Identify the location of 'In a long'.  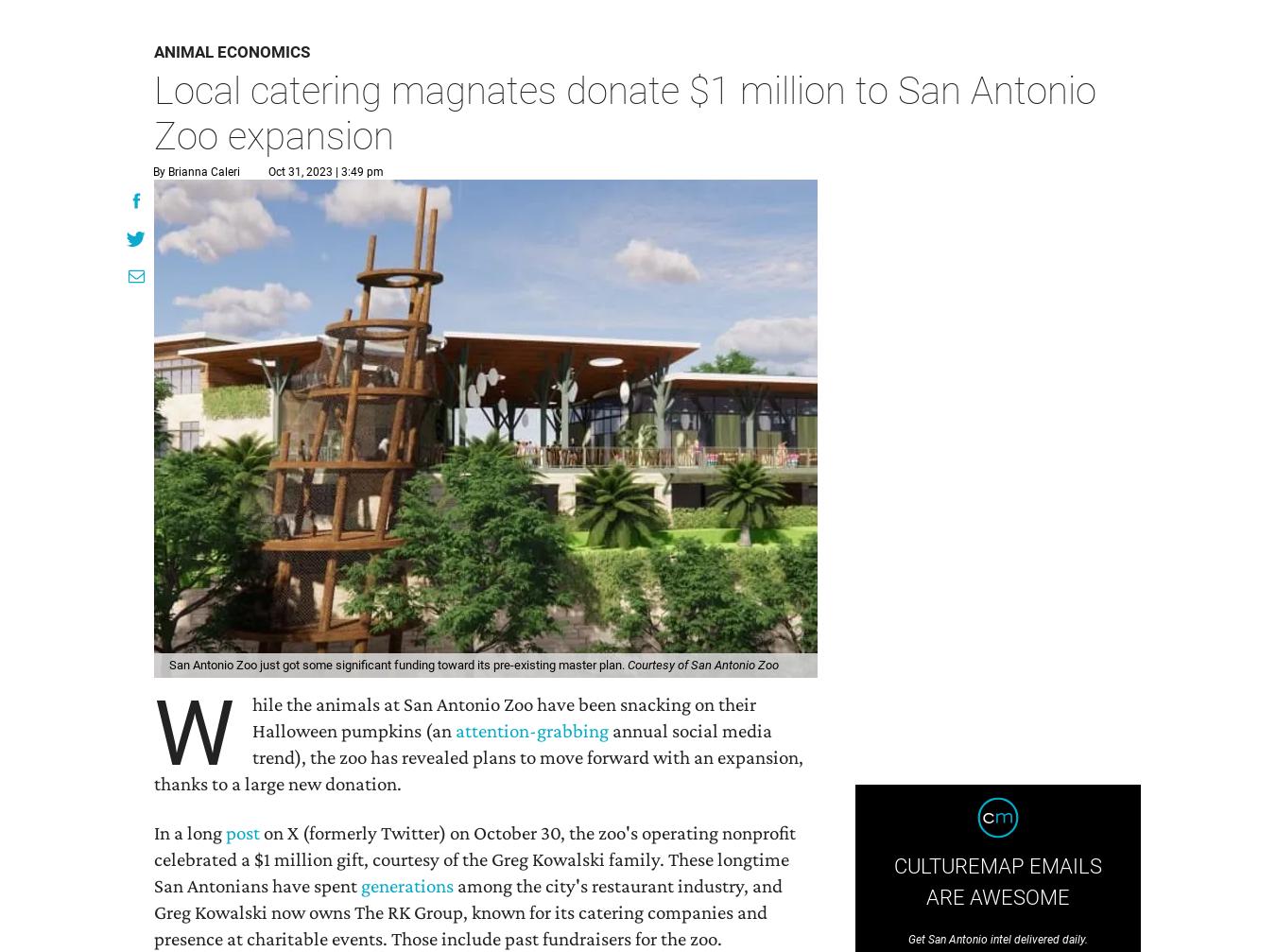
(153, 831).